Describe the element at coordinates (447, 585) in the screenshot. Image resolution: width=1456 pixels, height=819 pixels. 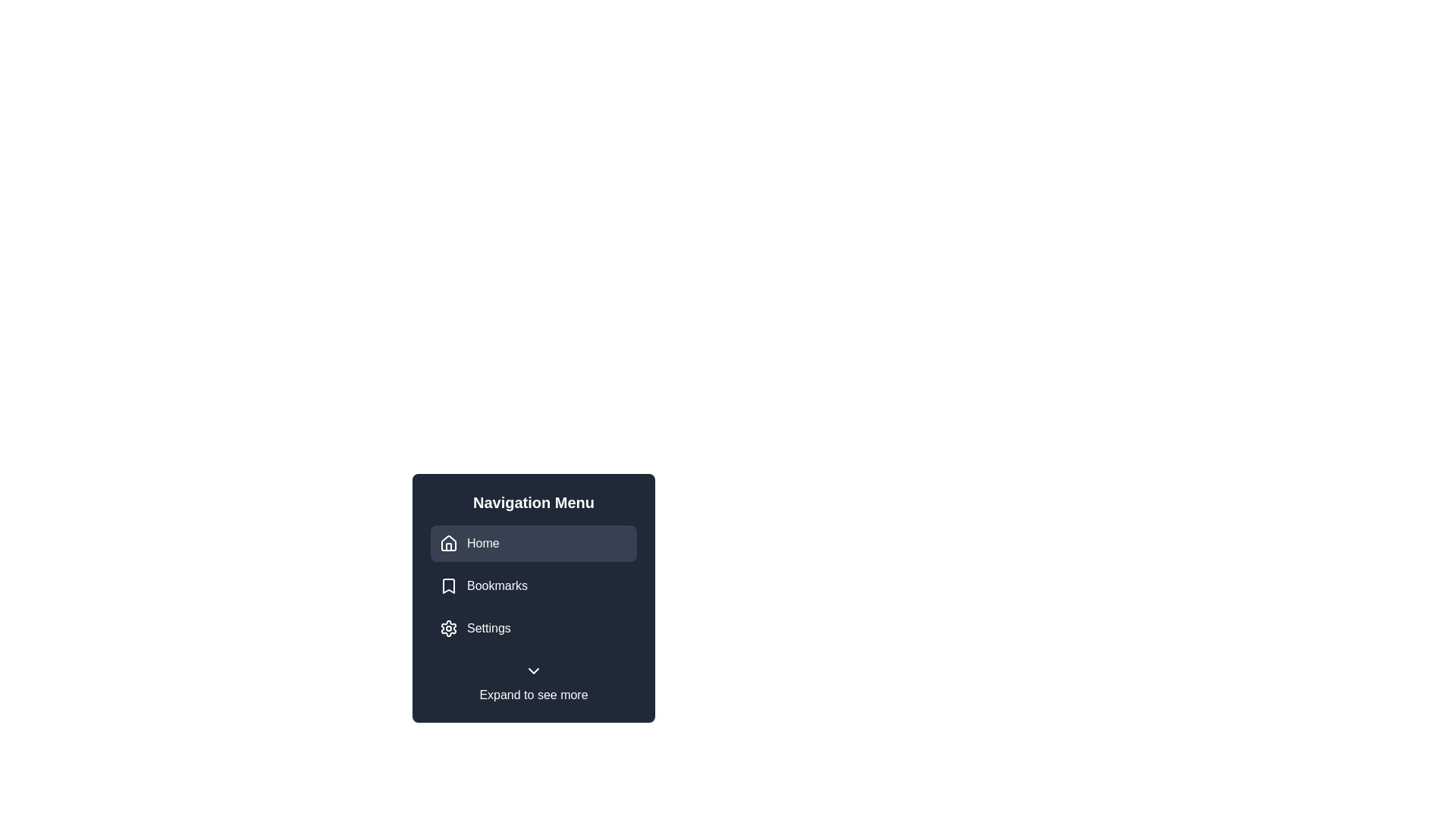
I see `the bookmark icon` at that location.